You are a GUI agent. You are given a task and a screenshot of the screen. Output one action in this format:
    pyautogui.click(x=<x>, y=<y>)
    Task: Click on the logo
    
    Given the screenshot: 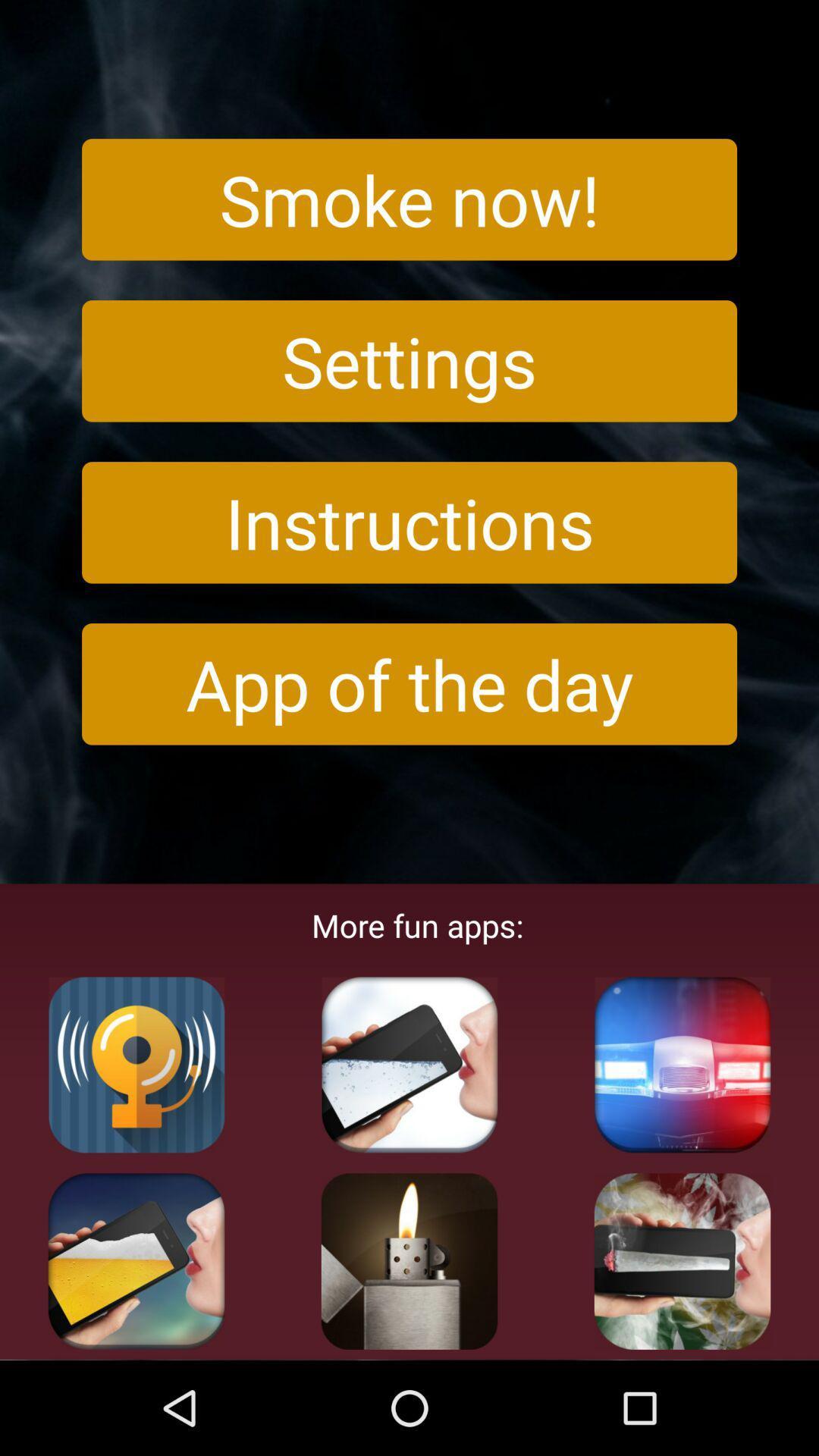 What is the action you would take?
    pyautogui.click(x=681, y=1261)
    